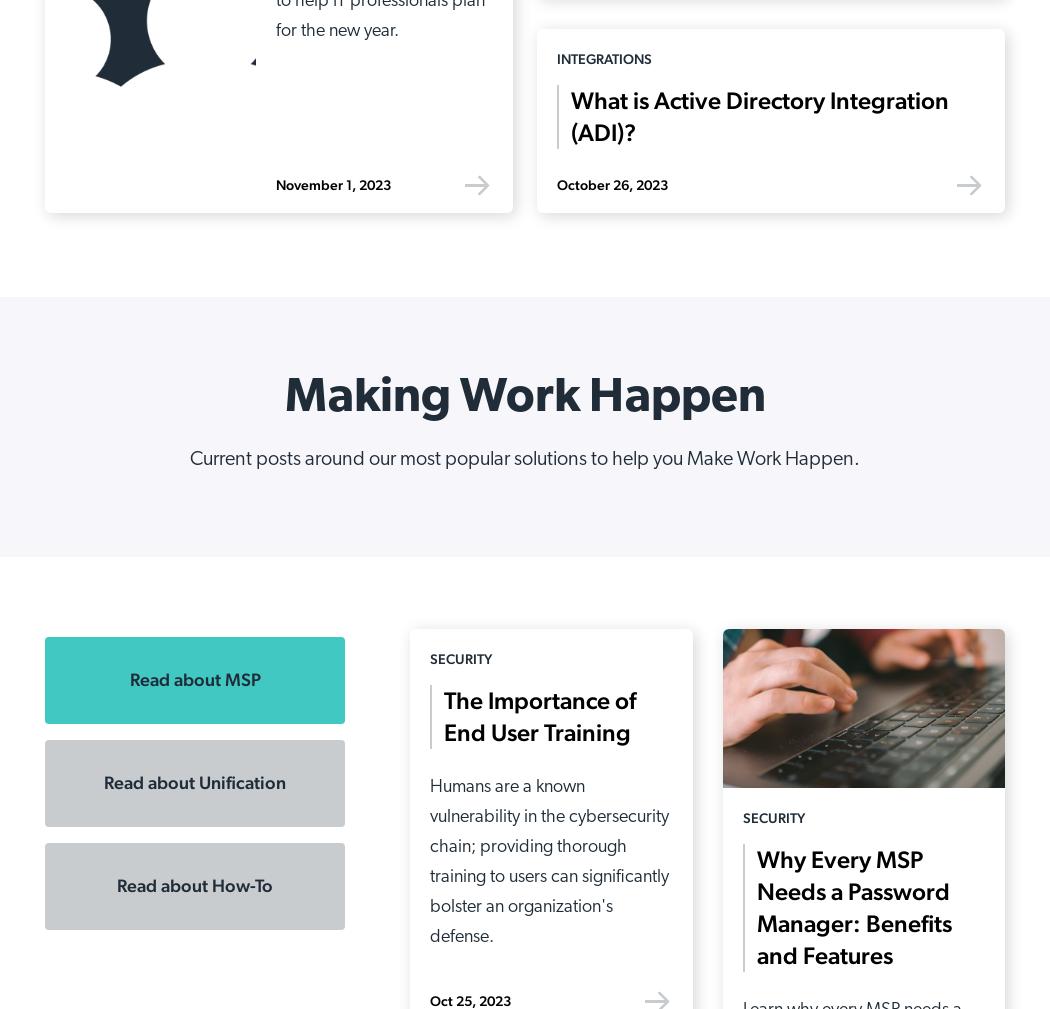  I want to click on 'Support', so click(865, 511).